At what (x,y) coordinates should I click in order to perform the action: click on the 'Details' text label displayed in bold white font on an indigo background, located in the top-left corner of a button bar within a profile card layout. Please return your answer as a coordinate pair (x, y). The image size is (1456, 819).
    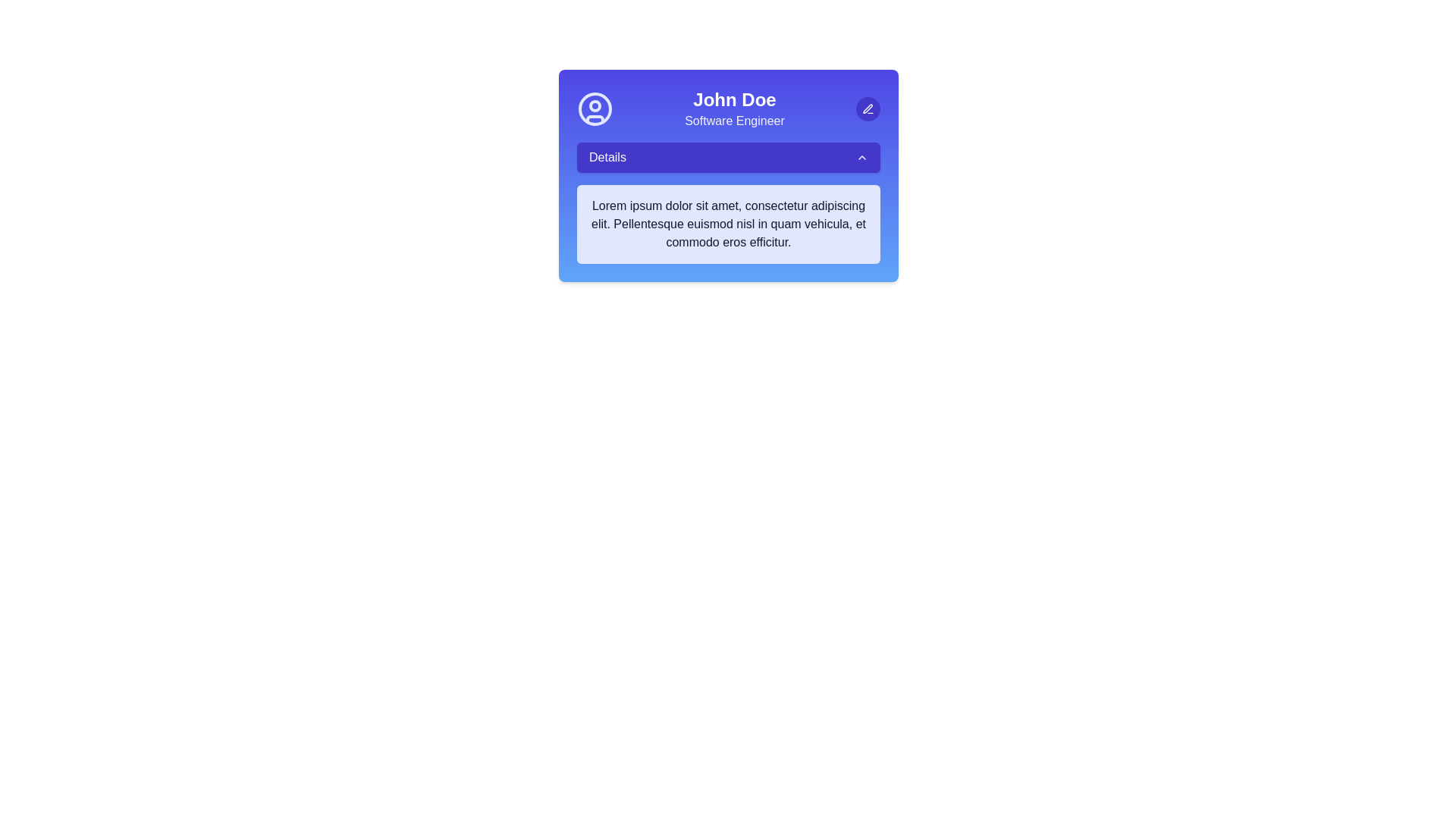
    Looking at the image, I should click on (607, 158).